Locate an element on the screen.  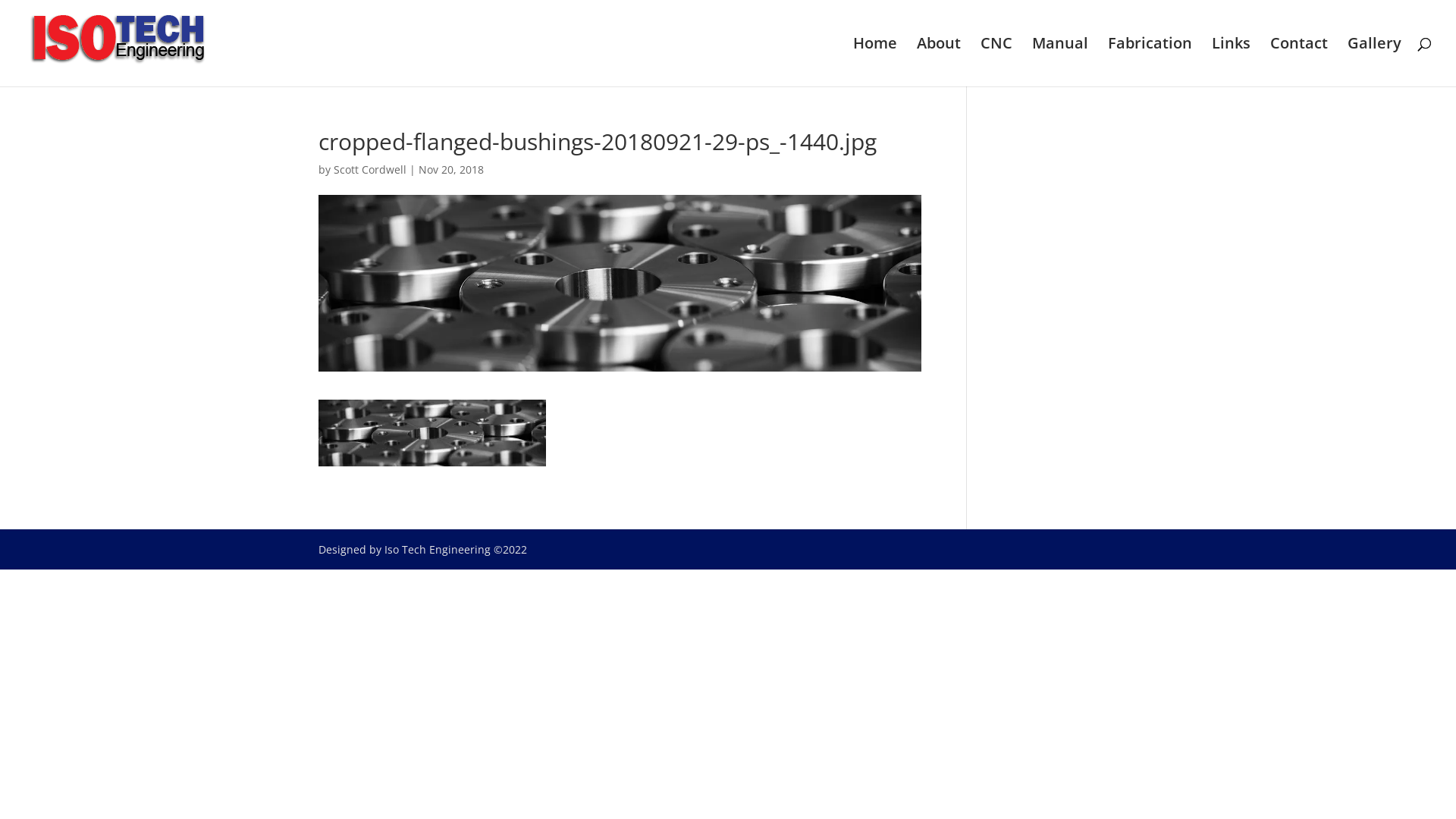
'CNC' is located at coordinates (996, 61).